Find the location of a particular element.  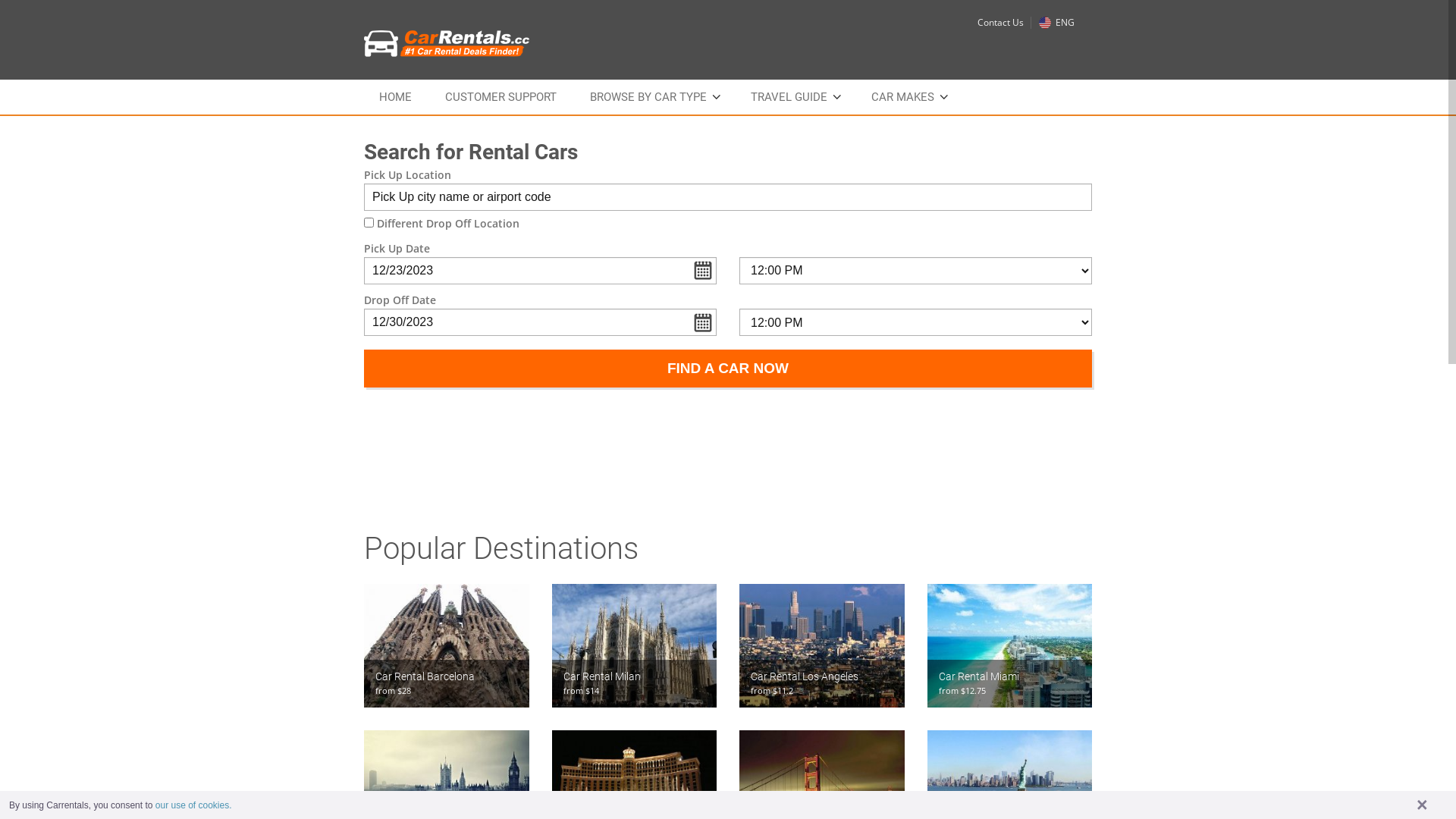

'TRAVEL GUIDE' is located at coordinates (793, 96).